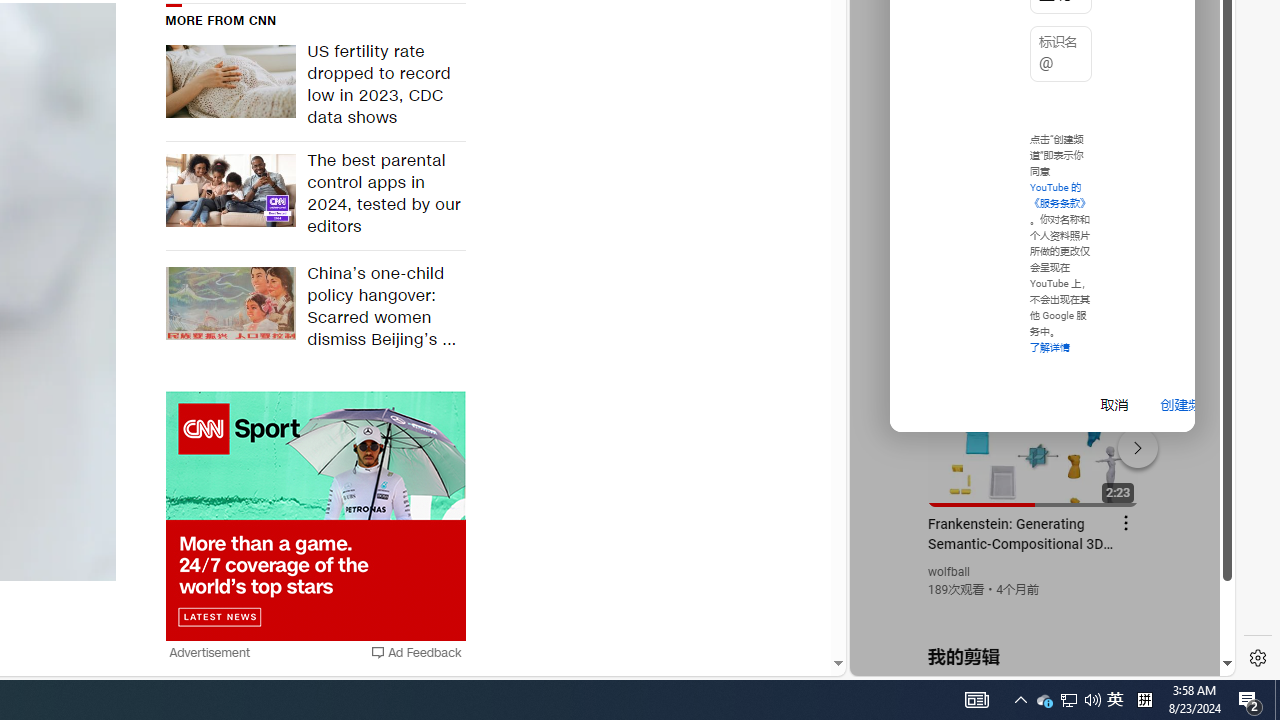 The height and width of the screenshot is (720, 1280). I want to click on 'wolfball', so click(948, 572).